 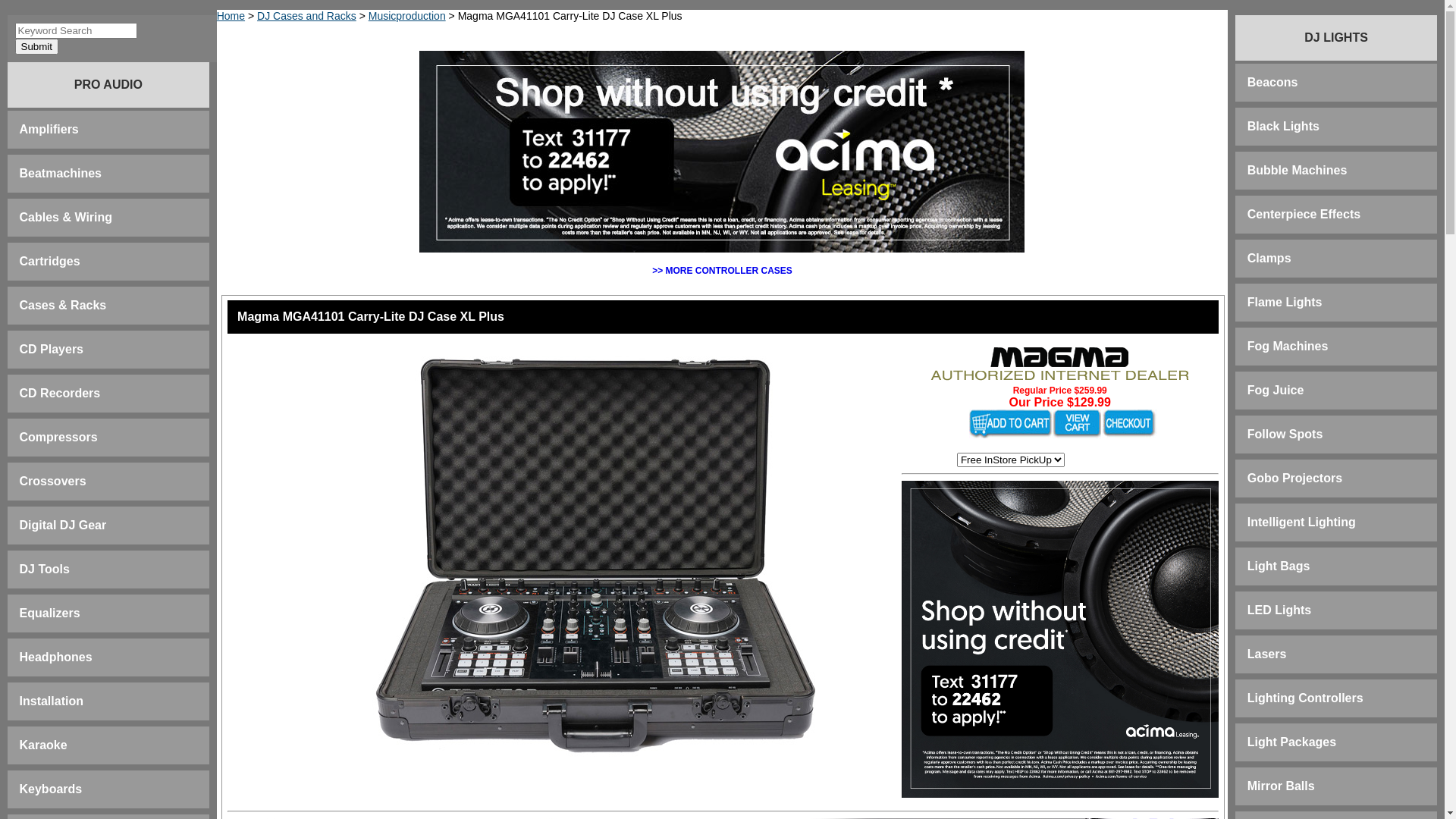 I want to click on 'Fog Juice', so click(x=1275, y=389).